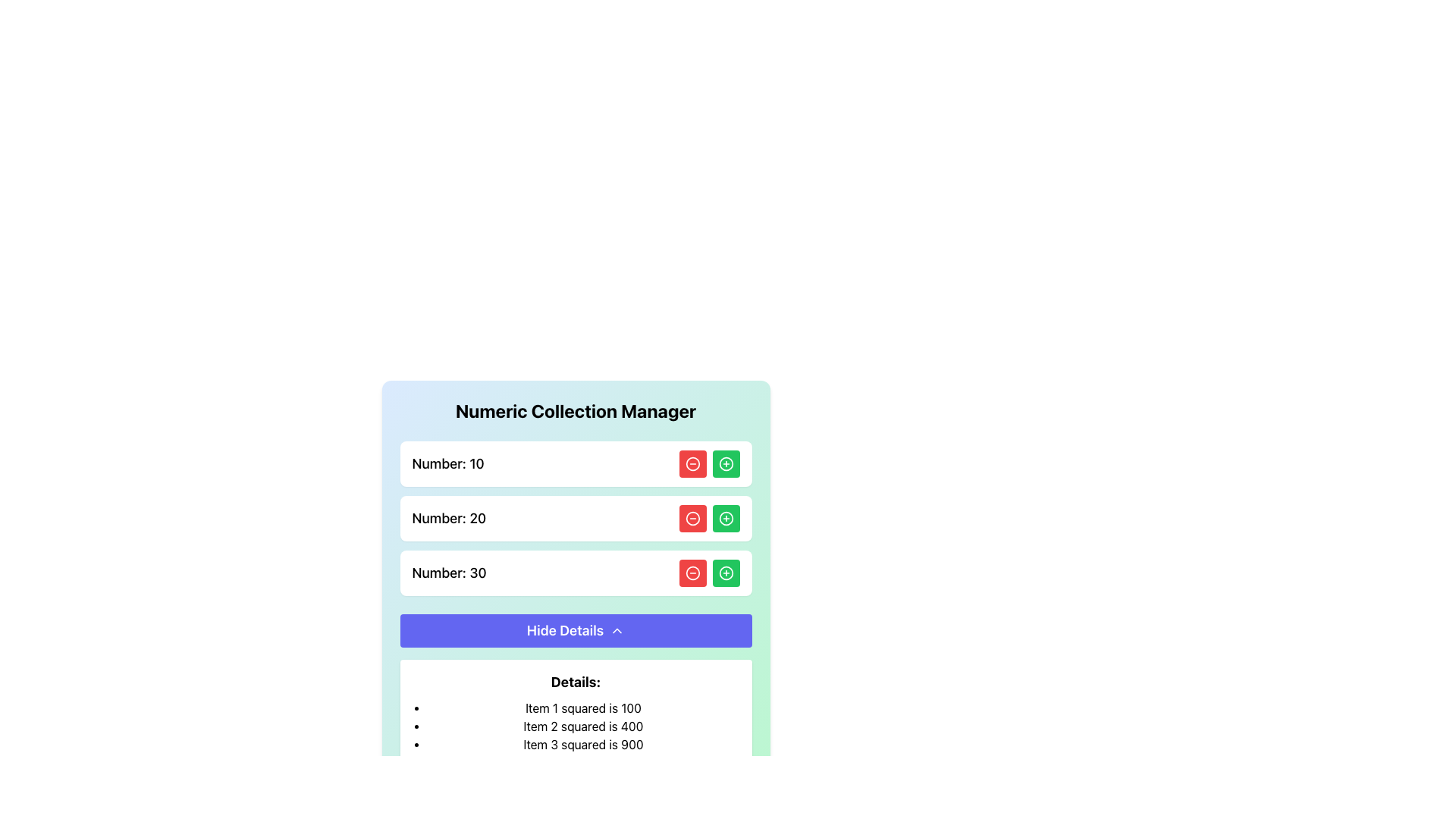 Image resolution: width=1456 pixels, height=819 pixels. Describe the element at coordinates (725, 517) in the screenshot. I see `the circular green button with a white border and a plus sign inside, located to the right of the 'Number: 20' text field, to obtain visual feedback` at that location.